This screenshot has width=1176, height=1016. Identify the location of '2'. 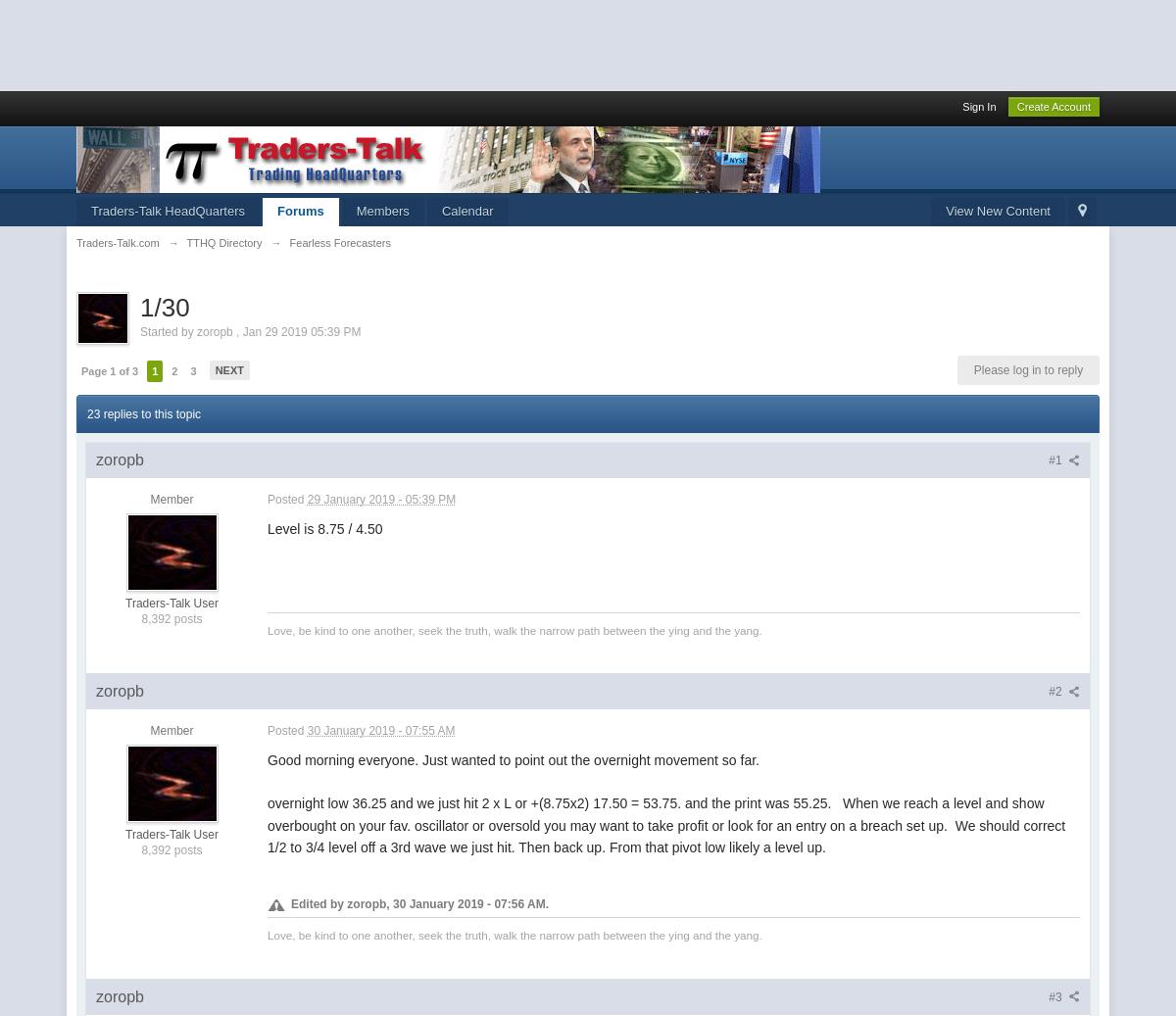
(172, 368).